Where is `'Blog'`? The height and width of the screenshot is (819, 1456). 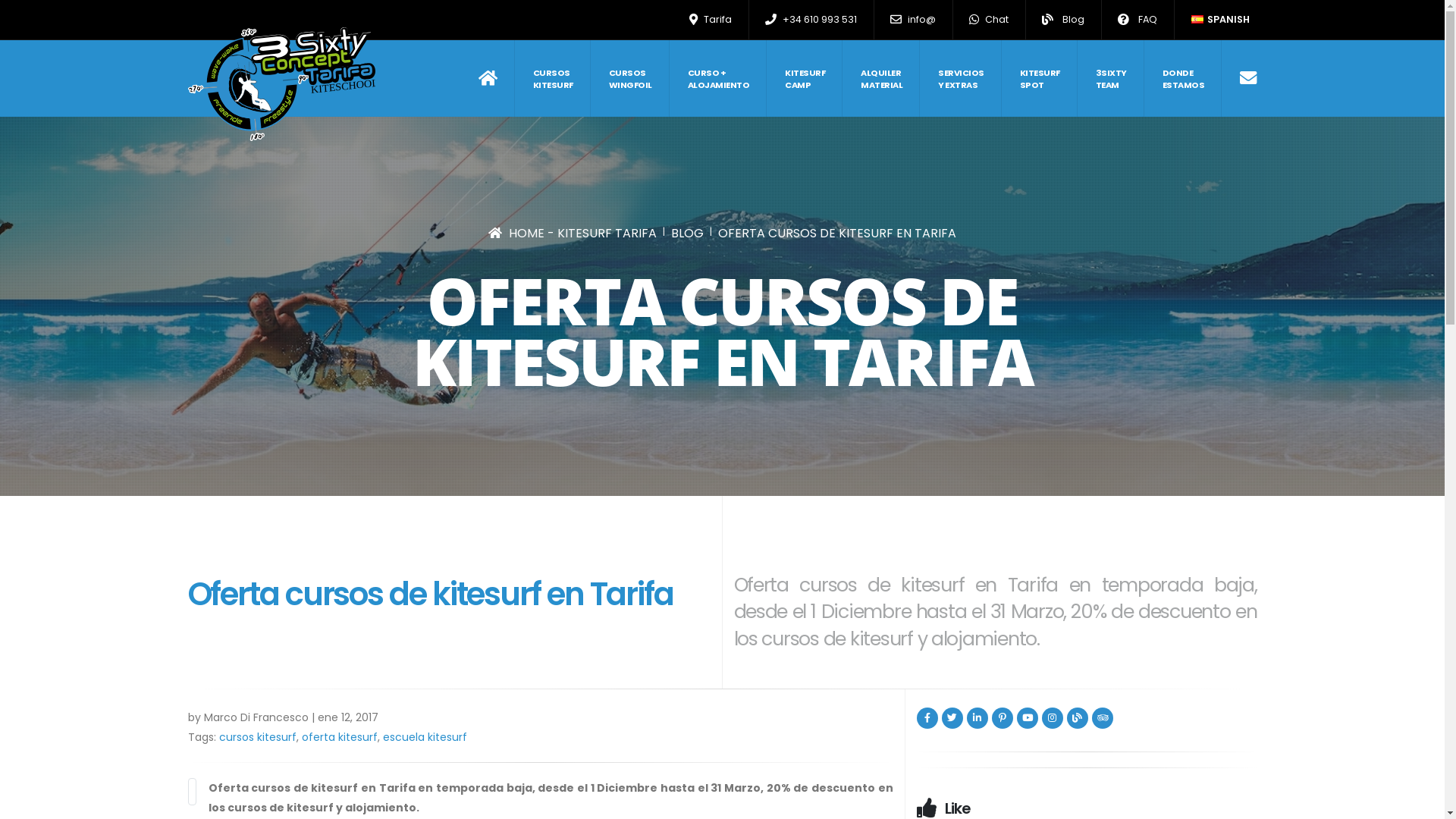 'Blog' is located at coordinates (1062, 20).